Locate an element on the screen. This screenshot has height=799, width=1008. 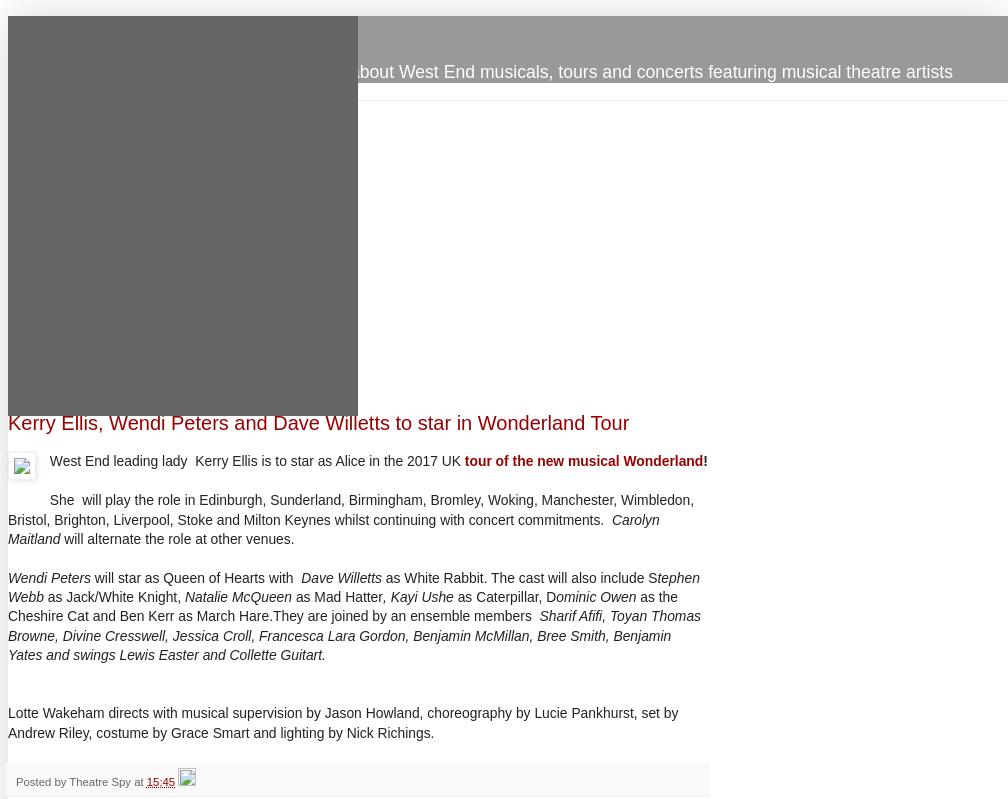
'at' is located at coordinates (133, 780).